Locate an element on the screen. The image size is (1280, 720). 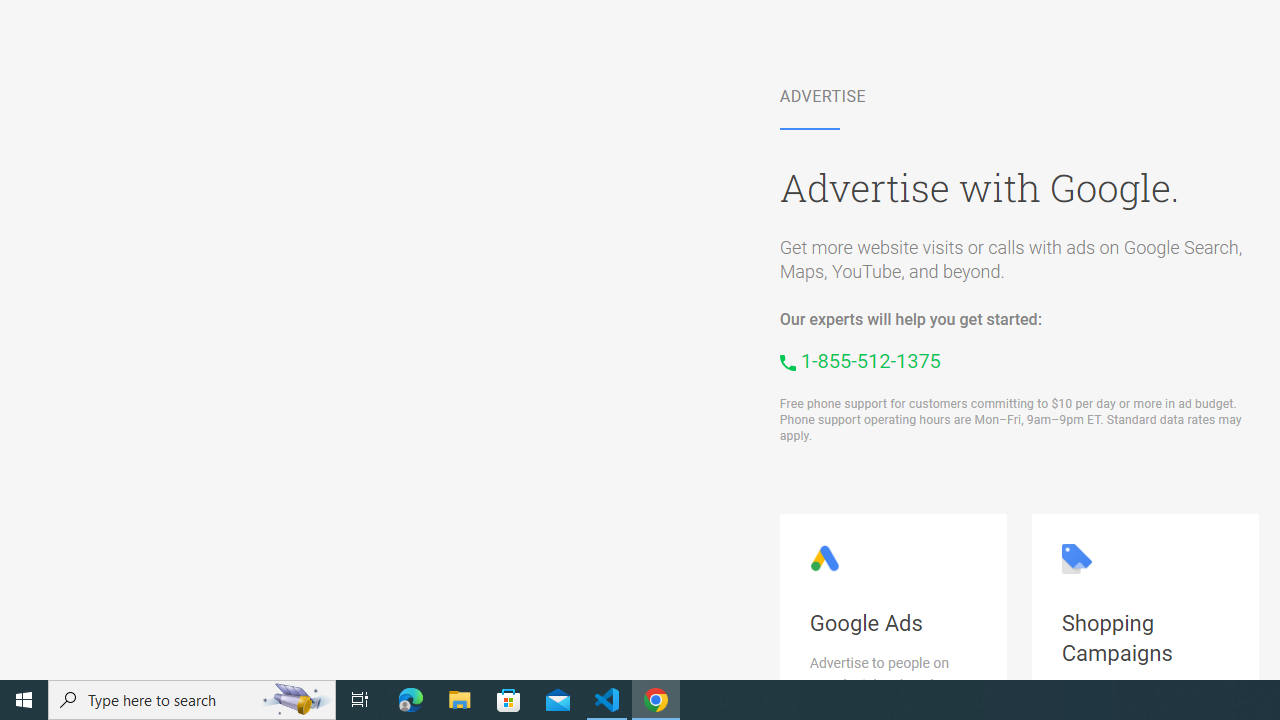
'Google Shopping logo' is located at coordinates (1075, 559).